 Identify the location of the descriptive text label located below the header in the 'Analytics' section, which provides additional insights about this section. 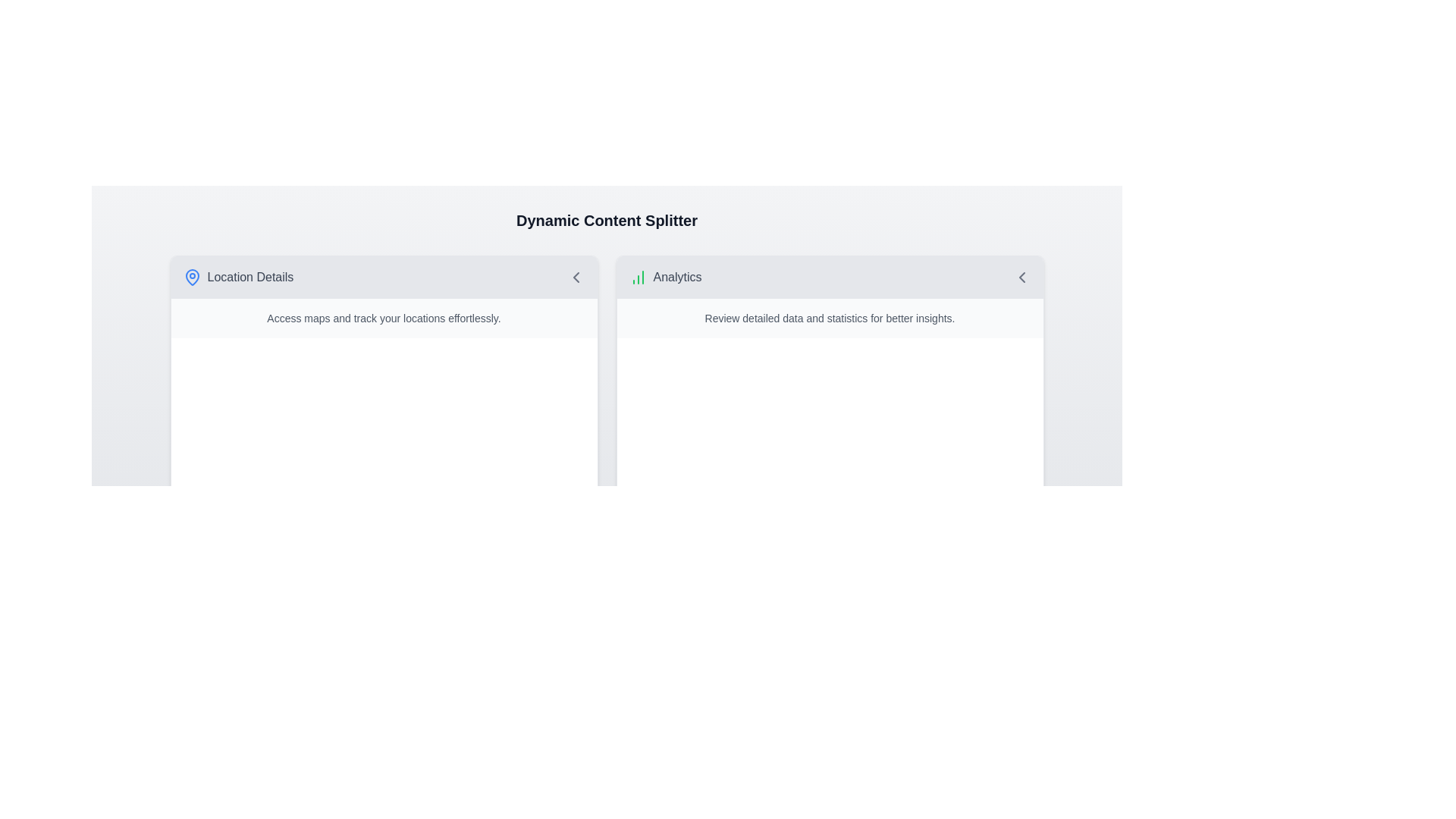
(829, 318).